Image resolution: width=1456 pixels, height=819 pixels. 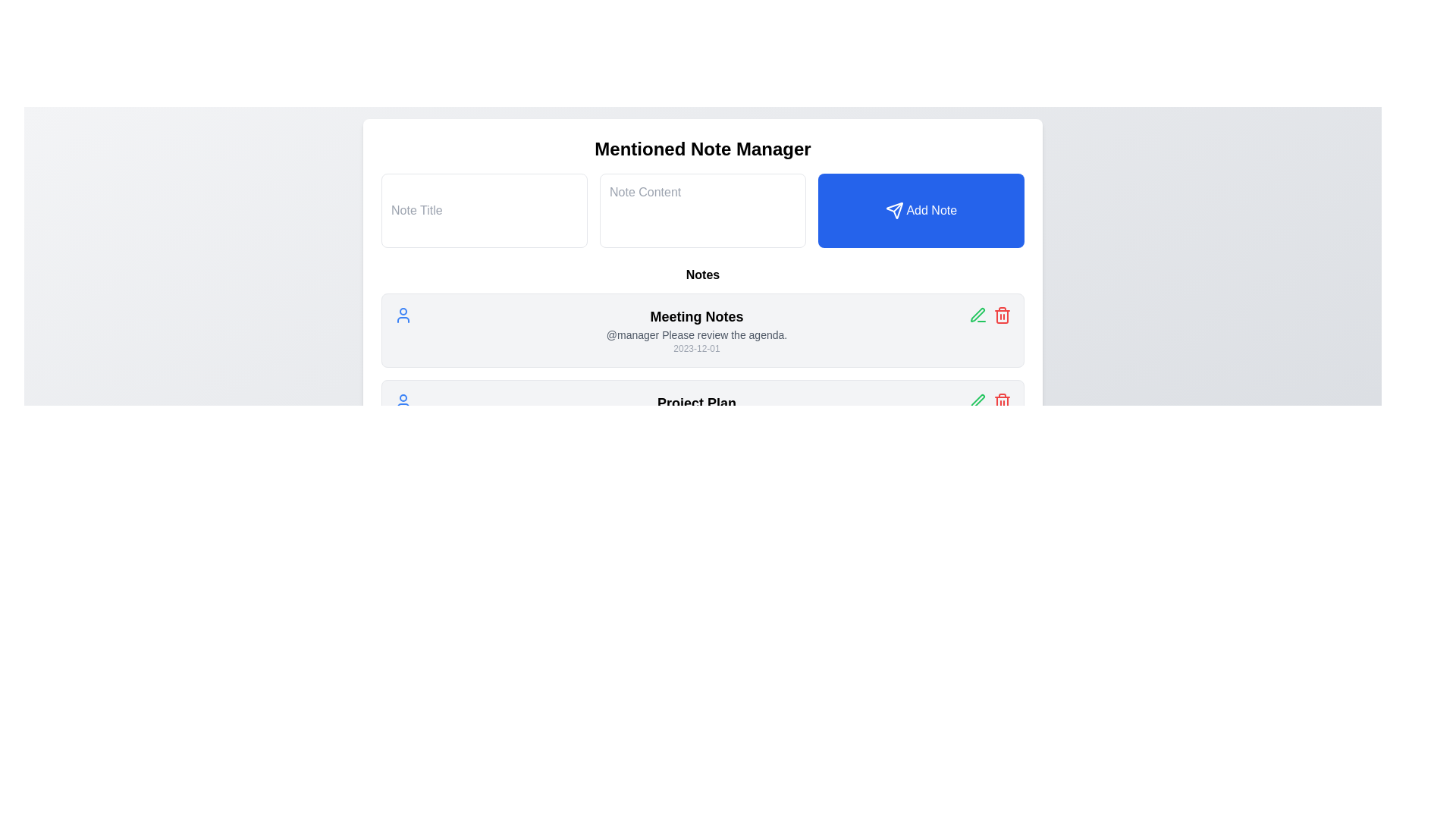 What do you see at coordinates (990, 400) in the screenshot?
I see `the red trash icon located at the bottom right corner of the 'Project Plan' note card within the 'Notes' section` at bounding box center [990, 400].